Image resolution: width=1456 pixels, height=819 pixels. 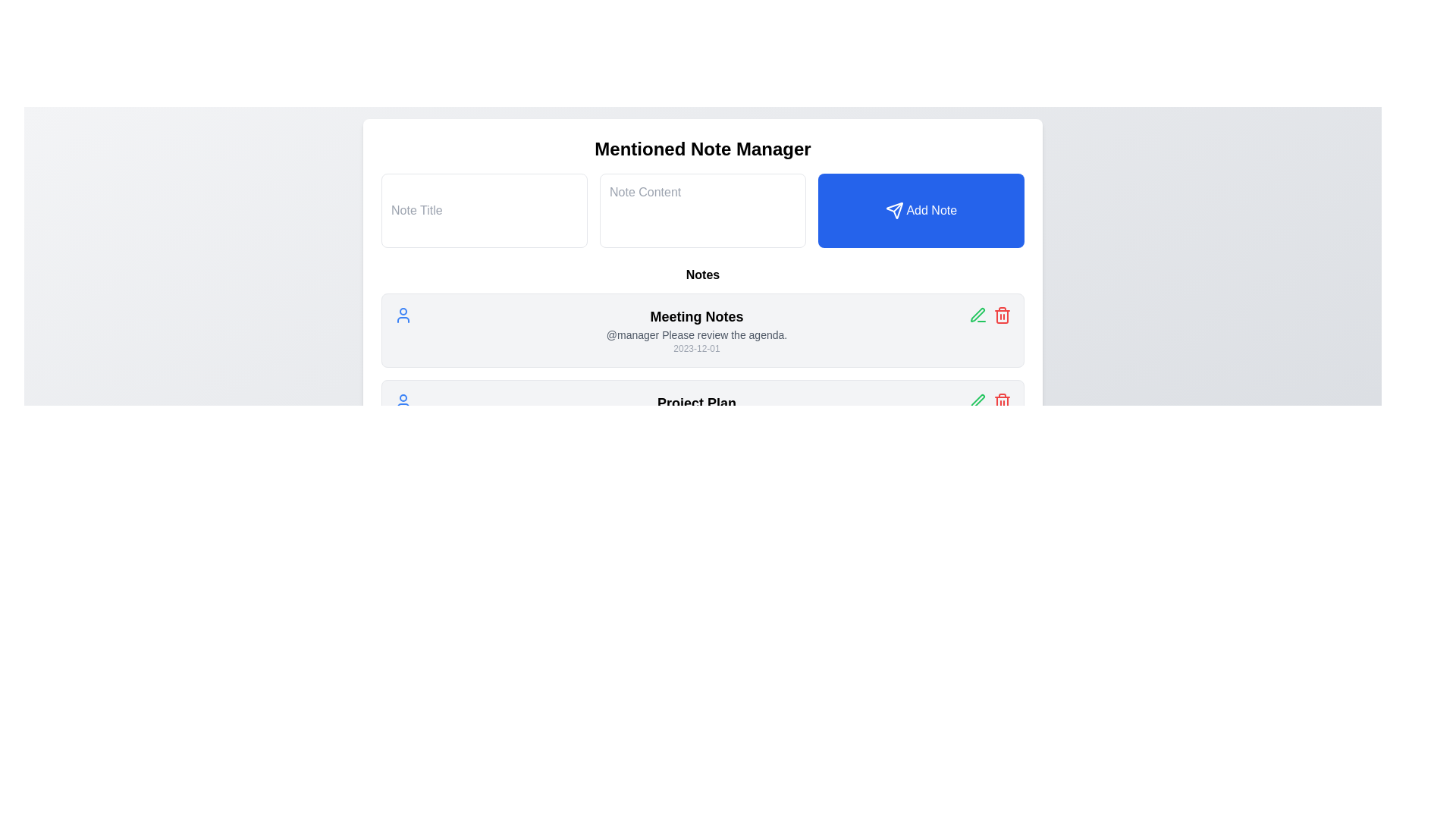 What do you see at coordinates (990, 400) in the screenshot?
I see `the red trash icon located at the bottom right corner of the 'Project Plan' note card within the 'Notes' section` at bounding box center [990, 400].